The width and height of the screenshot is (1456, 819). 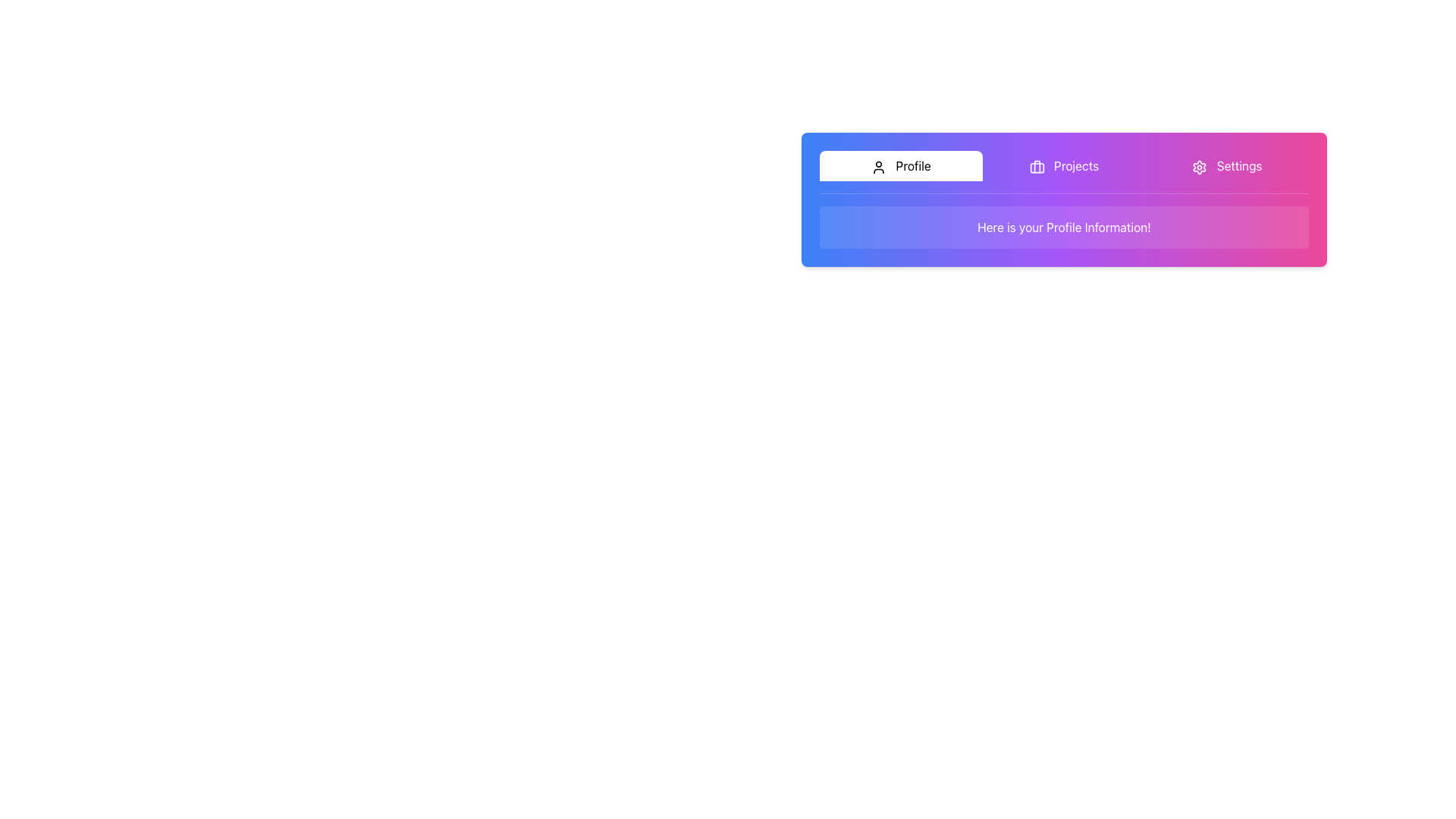 What do you see at coordinates (1199, 167) in the screenshot?
I see `the settings icon located to the left of the 'Settings' text in the navigation bar, which has a pink/purple background and is the third element from the left` at bounding box center [1199, 167].